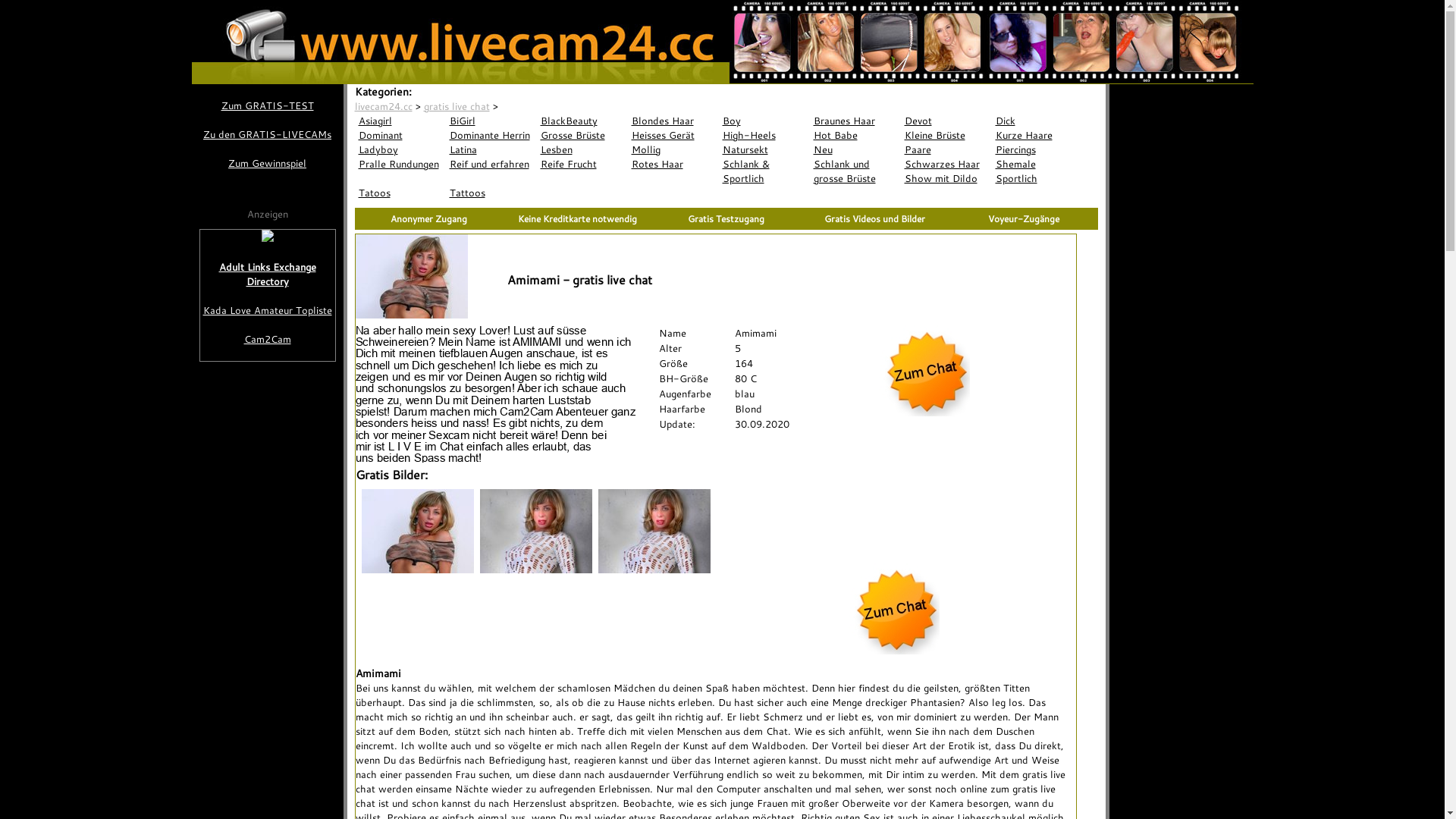 The image size is (1456, 819). What do you see at coordinates (764, 171) in the screenshot?
I see `'Schlank & Sportlich'` at bounding box center [764, 171].